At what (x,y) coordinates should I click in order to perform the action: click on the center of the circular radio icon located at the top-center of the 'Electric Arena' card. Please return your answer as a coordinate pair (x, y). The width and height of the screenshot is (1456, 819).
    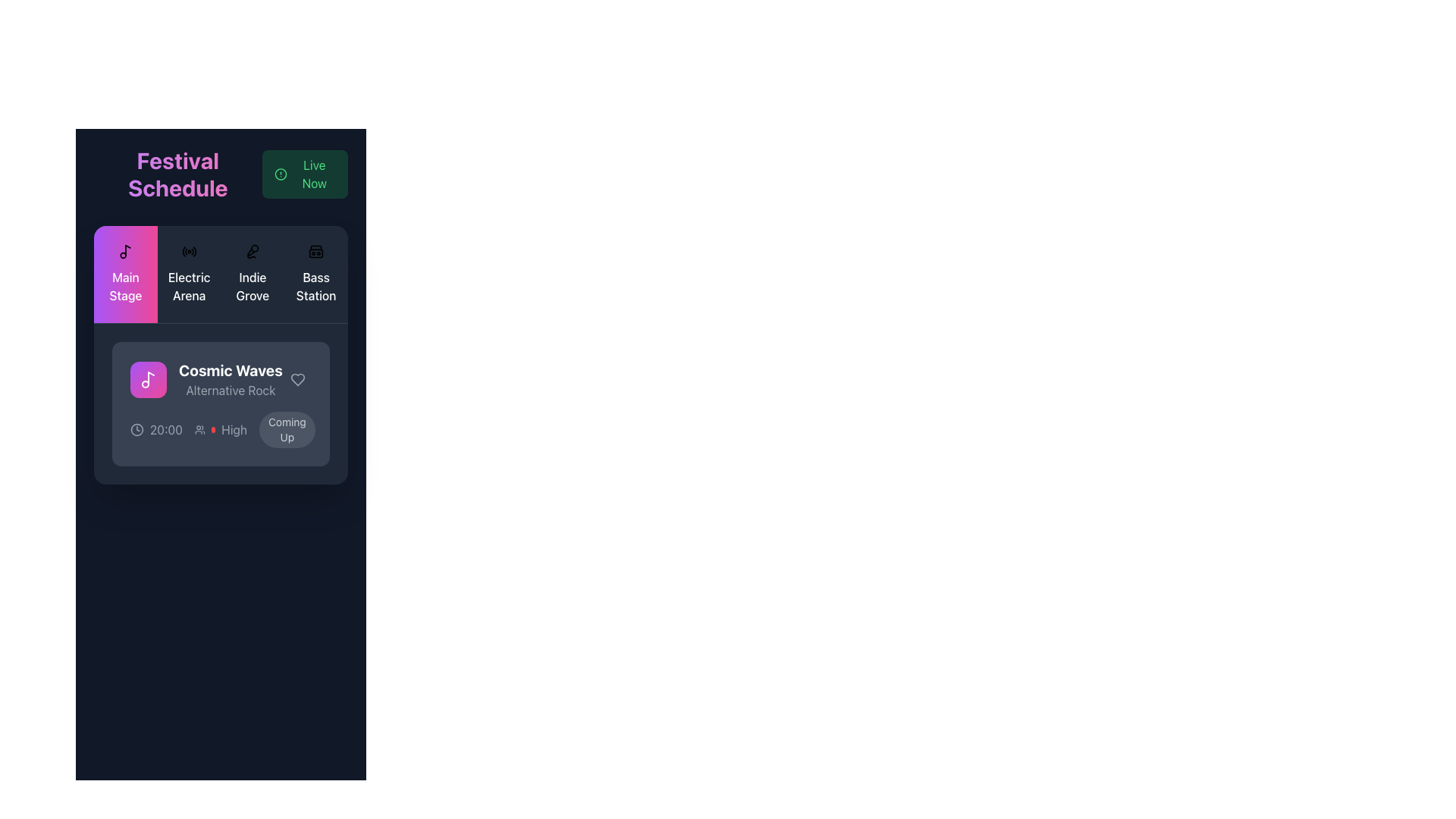
    Looking at the image, I should click on (188, 250).